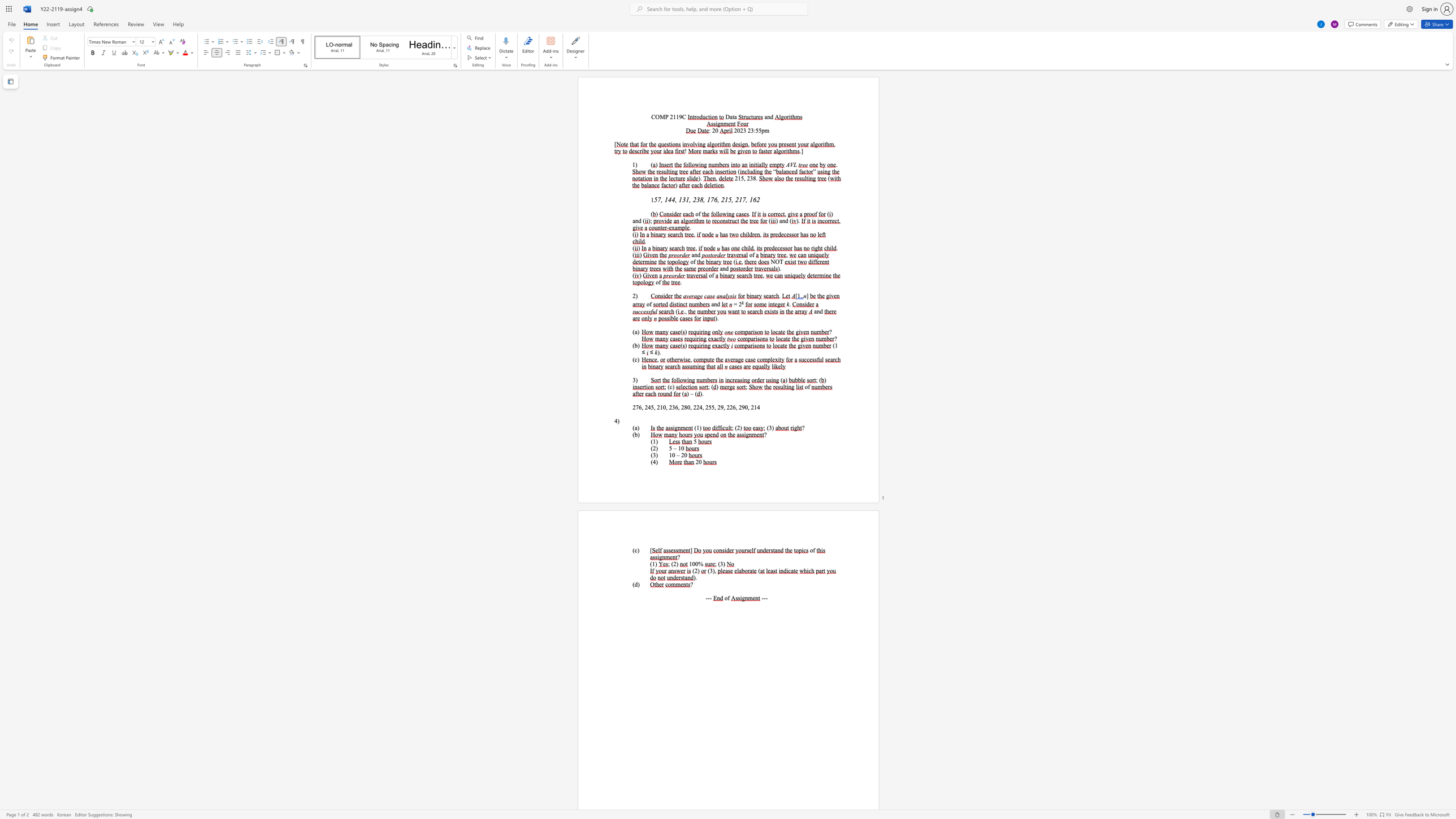  I want to click on the subset text "P 2" within the text "COMP 2119C", so click(665, 116).